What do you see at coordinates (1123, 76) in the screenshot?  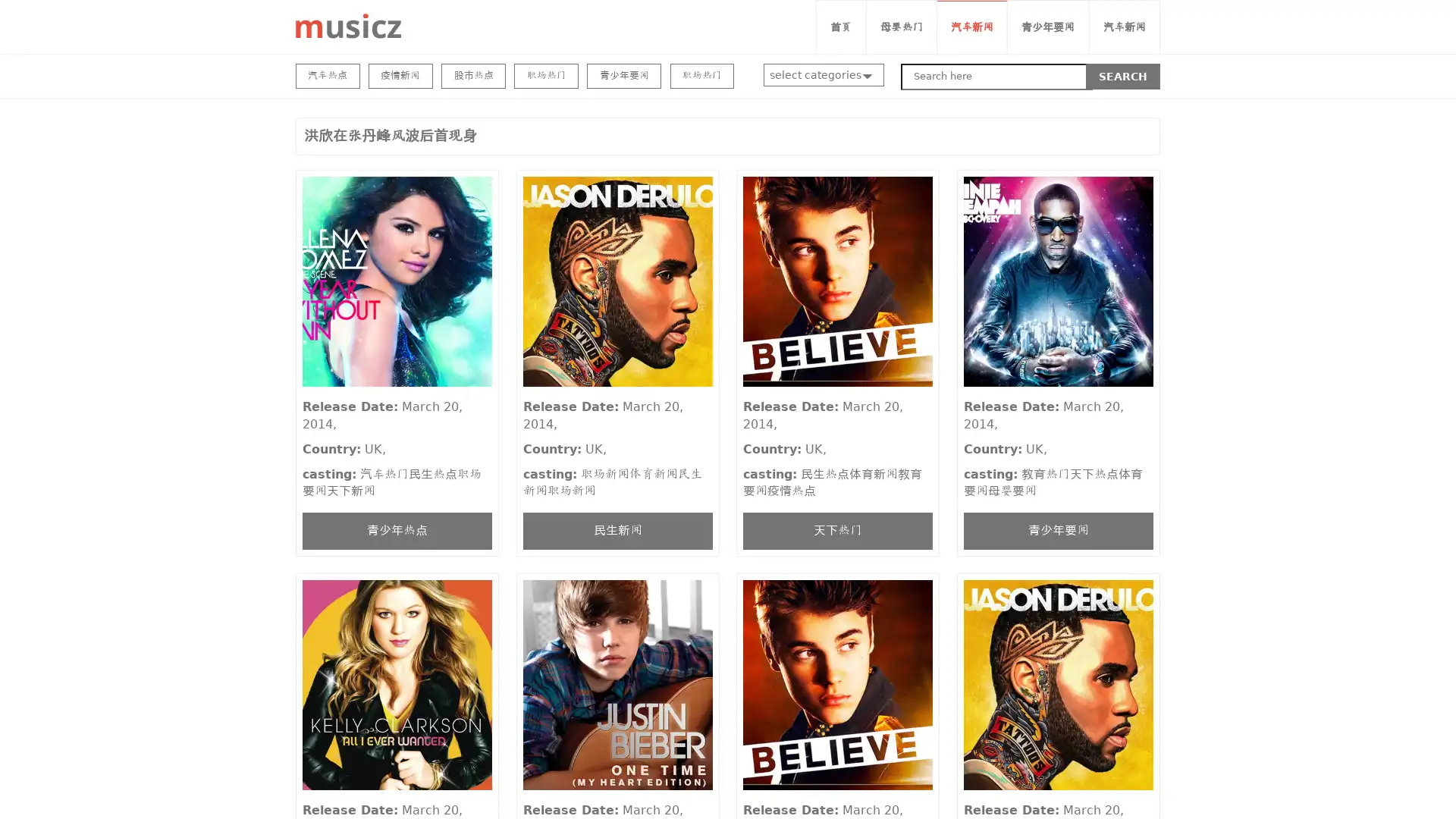 I see `search` at bounding box center [1123, 76].